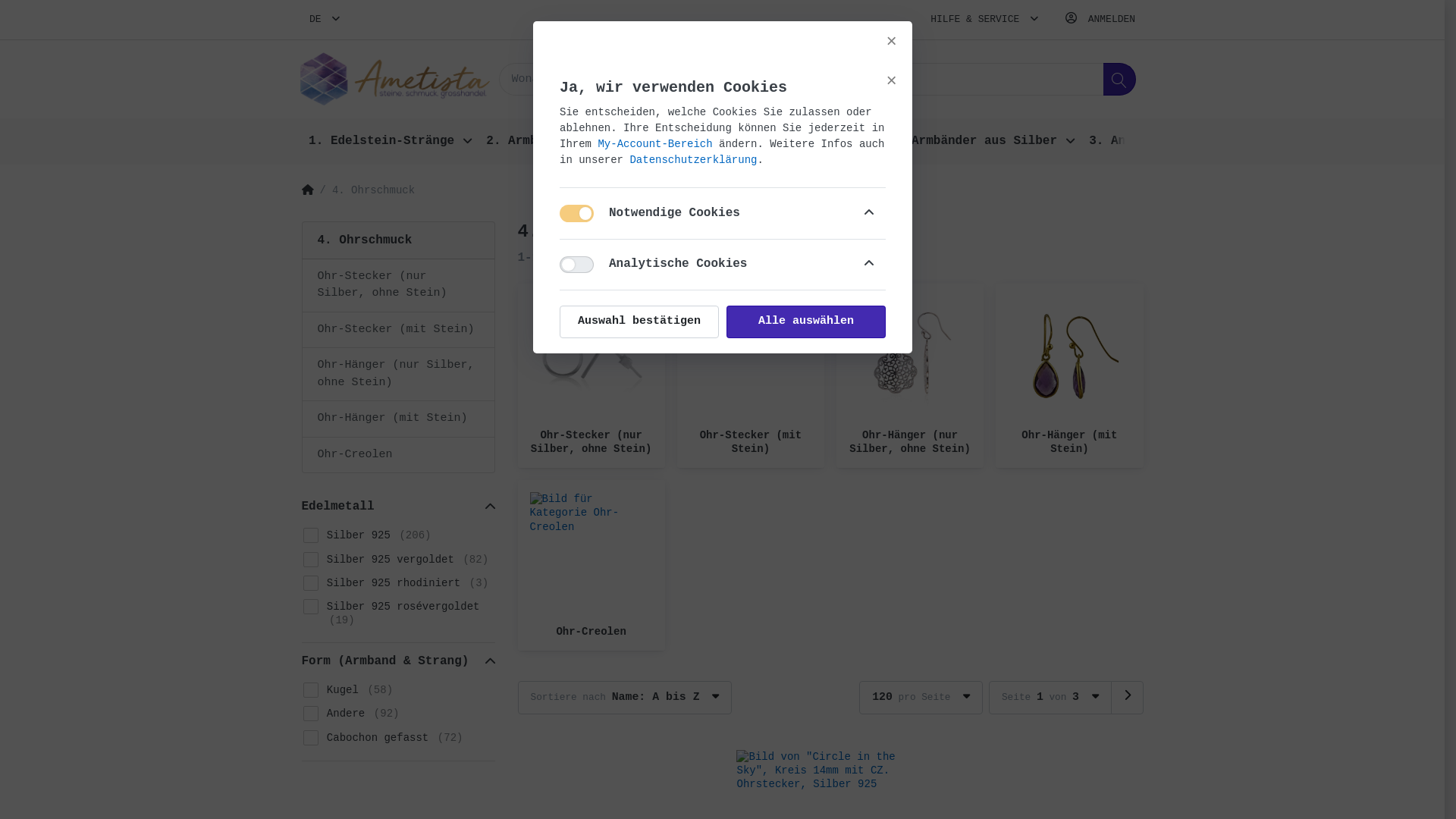 The height and width of the screenshot is (819, 1456). I want to click on 'Edelmetall', so click(398, 506).